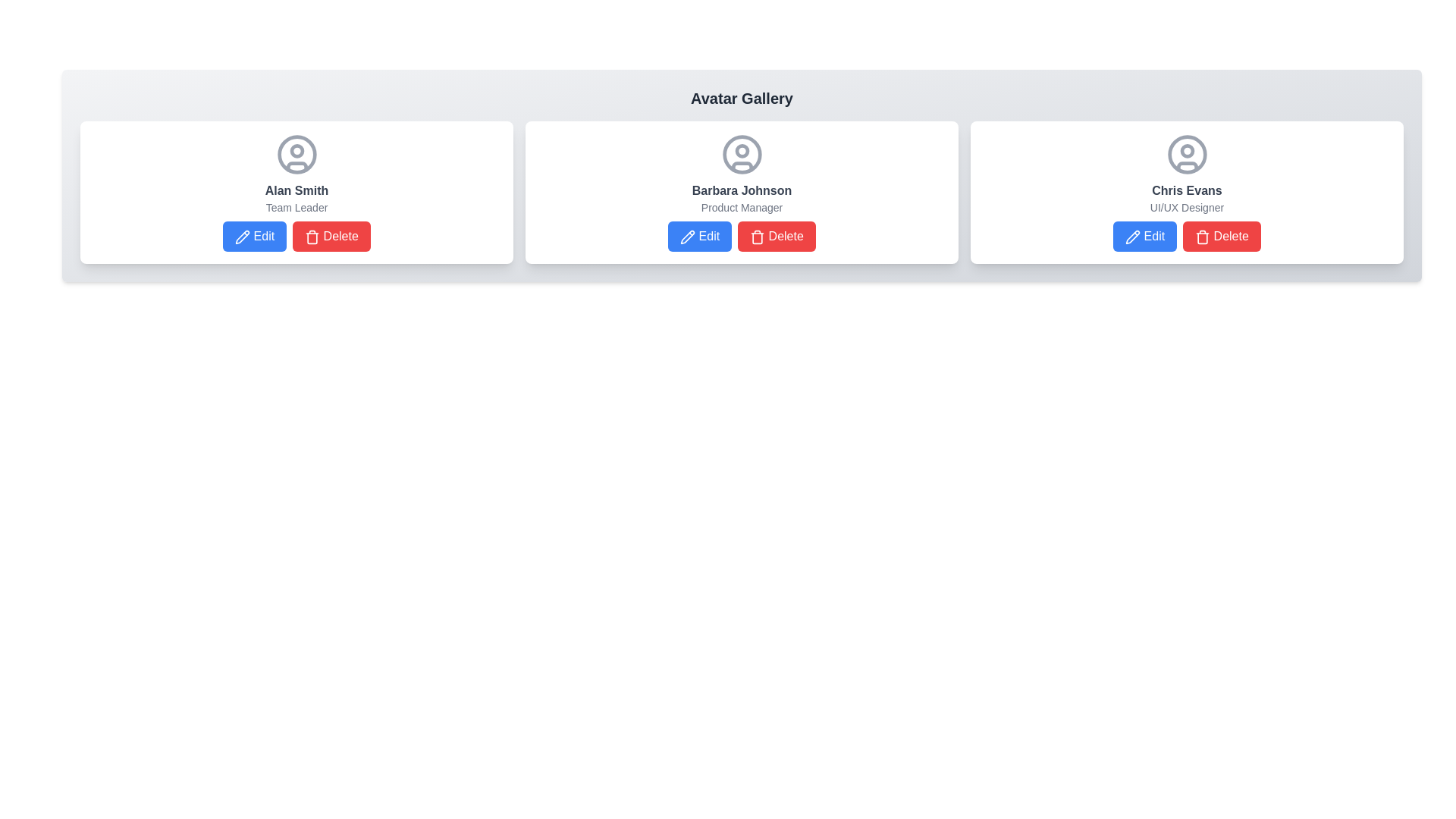  What do you see at coordinates (687, 237) in the screenshot?
I see `the pencil-shaped decorative icon representing the editing function located within the 'Edit' button for user 'Barbara Johnson'` at bounding box center [687, 237].